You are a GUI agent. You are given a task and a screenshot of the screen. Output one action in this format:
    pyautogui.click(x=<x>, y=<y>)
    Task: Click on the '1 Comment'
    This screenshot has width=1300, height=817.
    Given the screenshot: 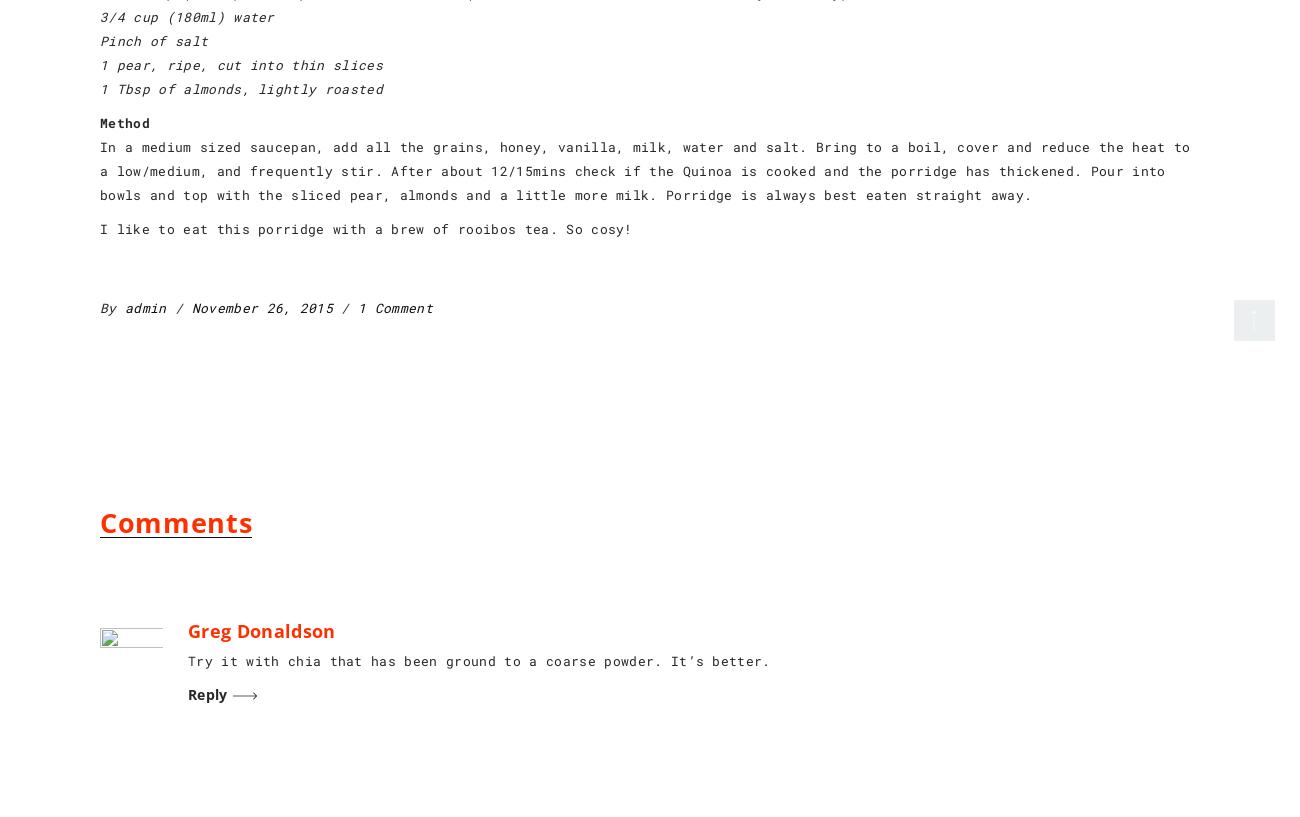 What is the action you would take?
    pyautogui.click(x=395, y=307)
    